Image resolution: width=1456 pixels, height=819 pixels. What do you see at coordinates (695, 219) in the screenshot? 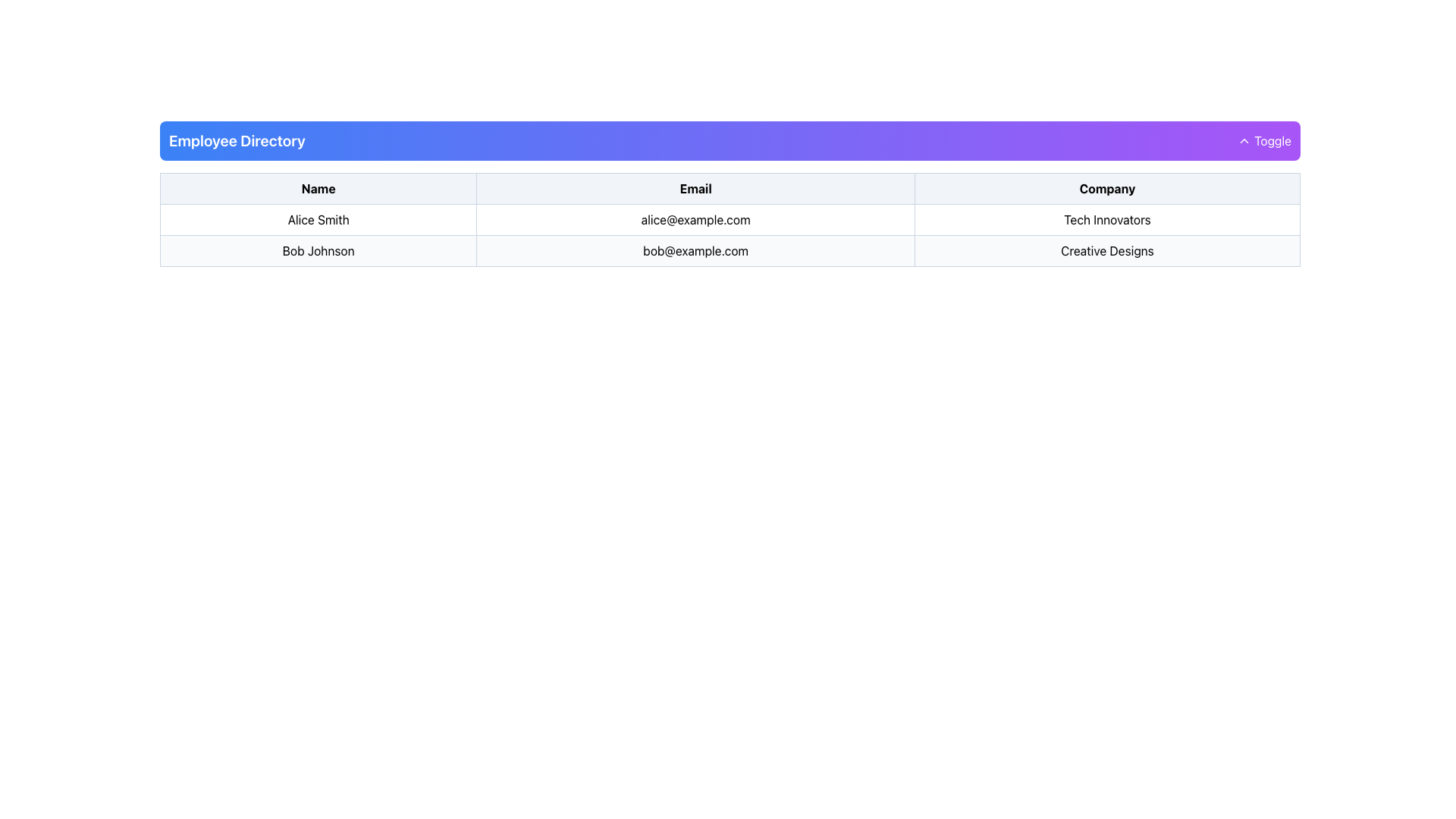
I see `the text element displaying the email address of Alice Smith` at bounding box center [695, 219].